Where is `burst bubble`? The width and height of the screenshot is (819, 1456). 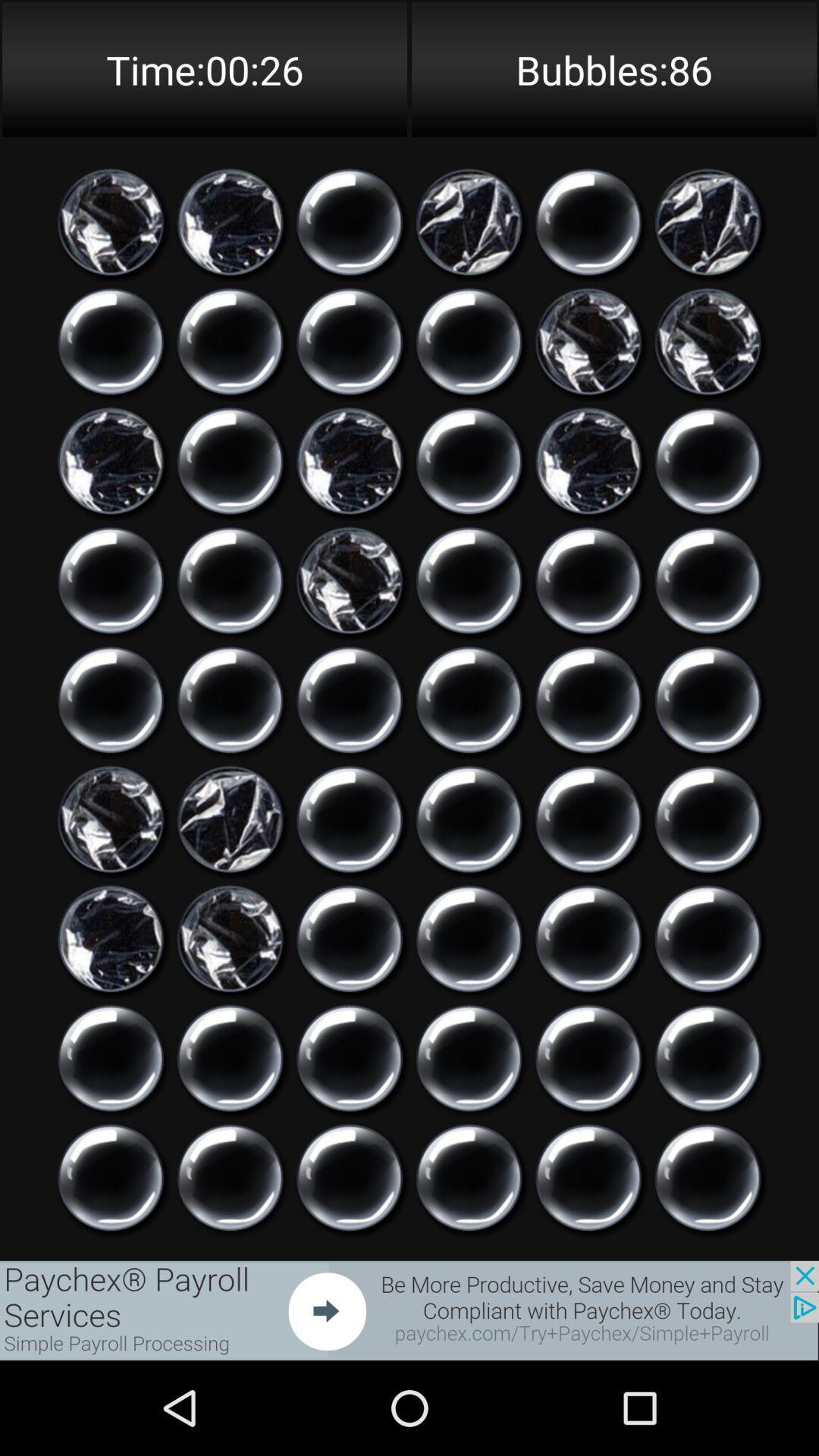
burst bubble is located at coordinates (350, 1057).